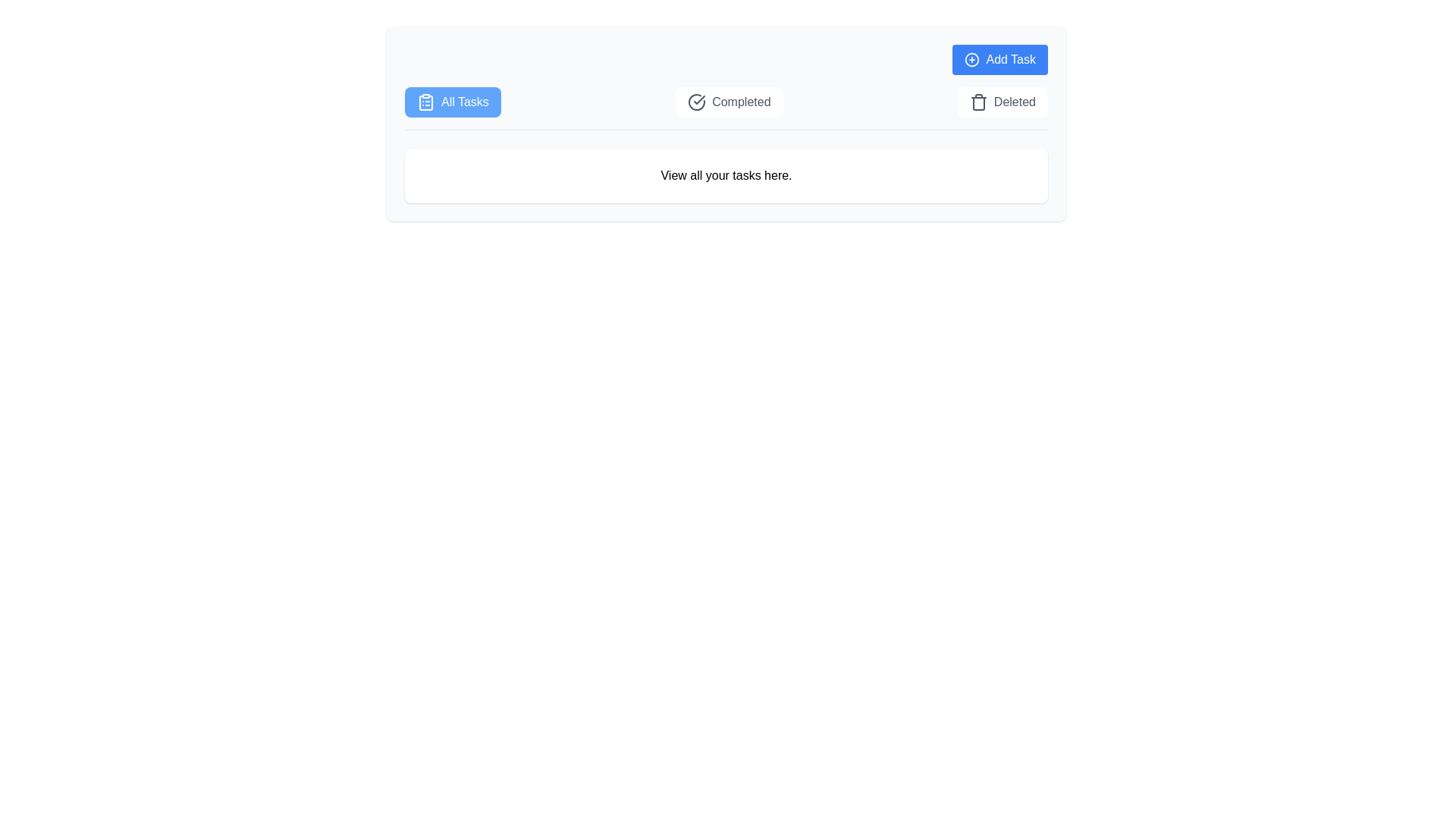  What do you see at coordinates (1015, 102) in the screenshot?
I see `the text label that indicates a delete action, positioned on the right side of a trash can icon` at bounding box center [1015, 102].